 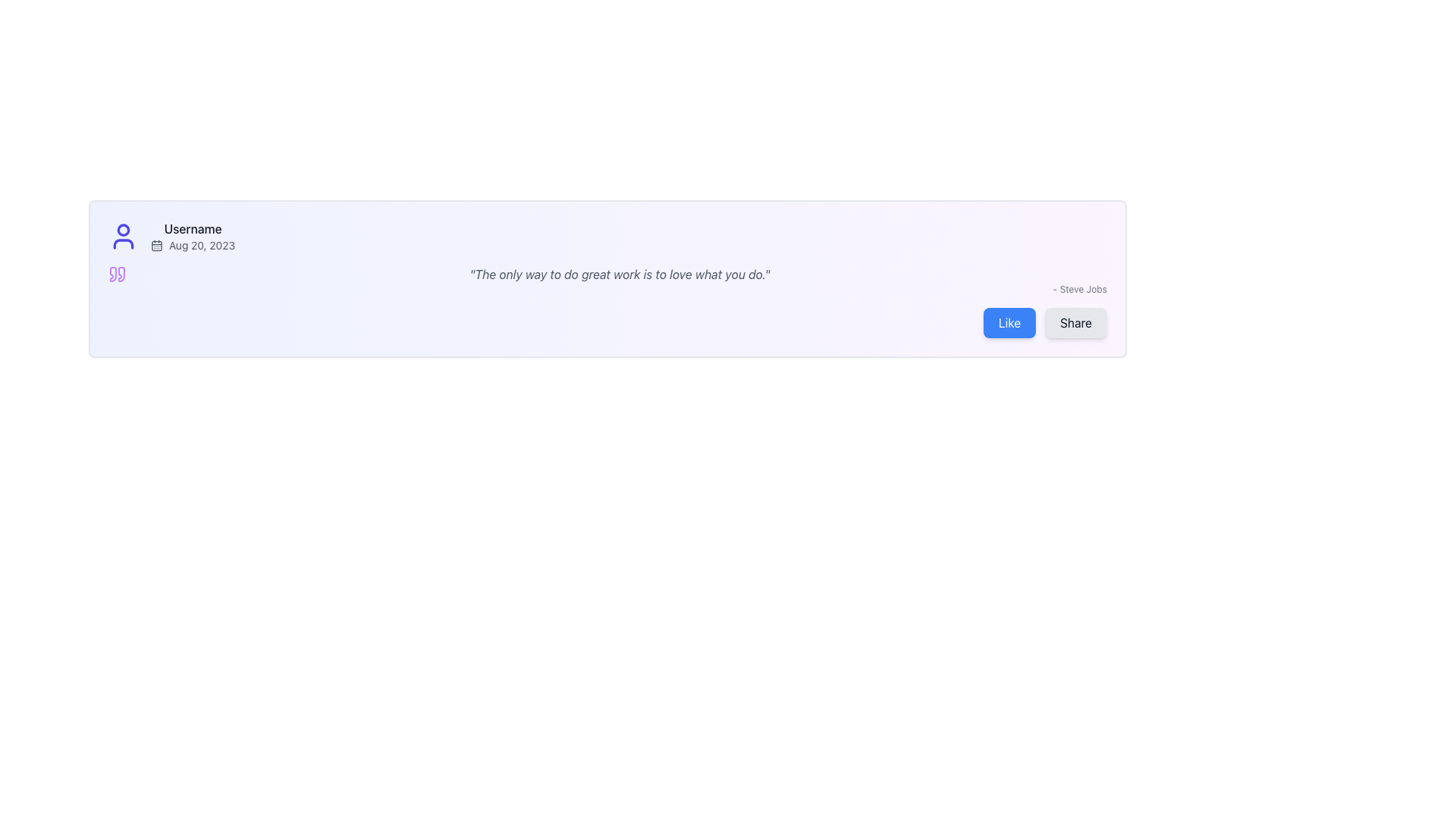 I want to click on text content of the user name and date displayed in the Text Block, positioned at the top-left of the card layout adjacent to the user icon, so click(x=192, y=237).